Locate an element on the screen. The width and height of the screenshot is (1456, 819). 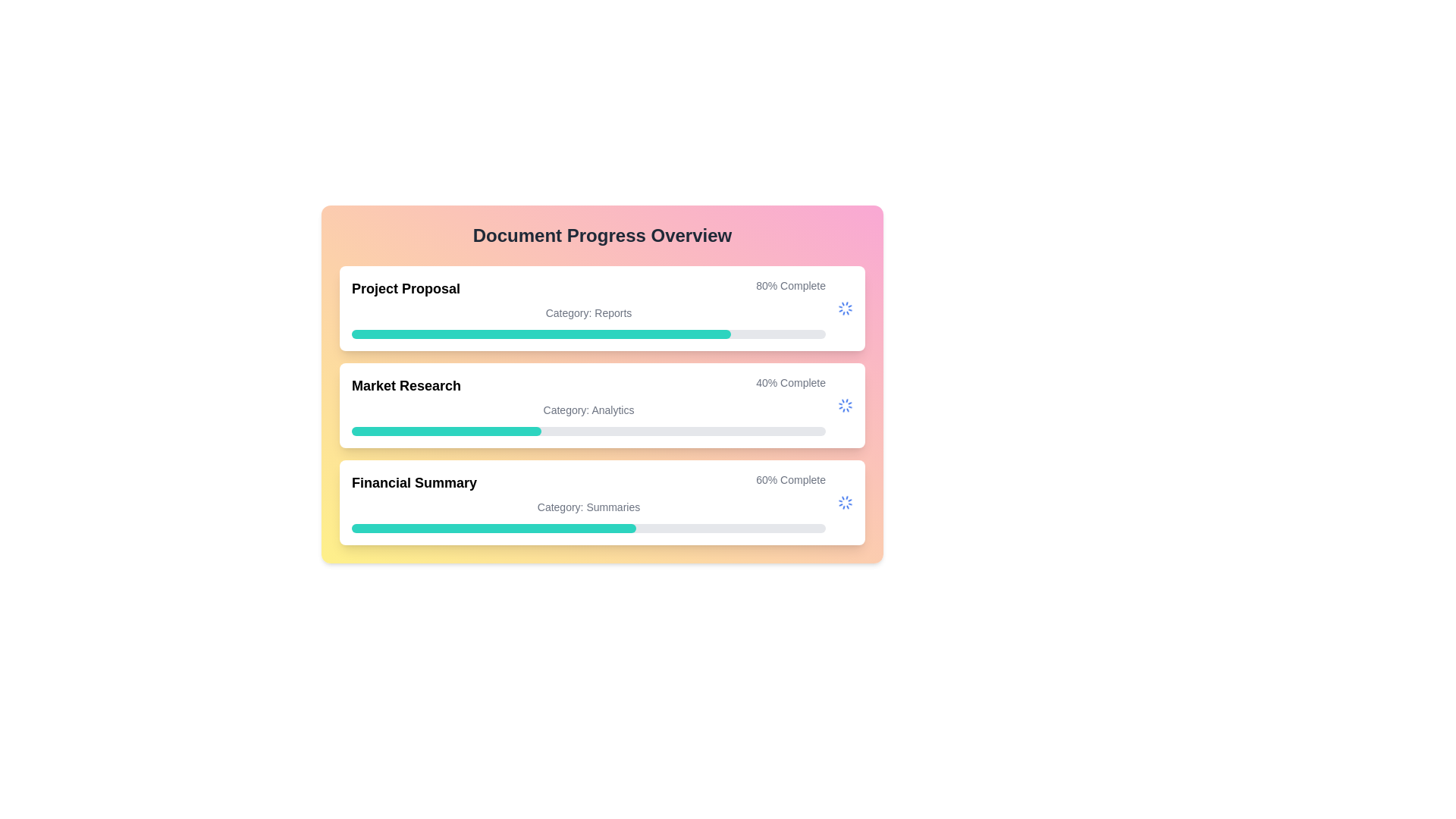
the text label displaying 'Category: Summaries' that is located beneath the progress label '60% Complete' is located at coordinates (588, 507).